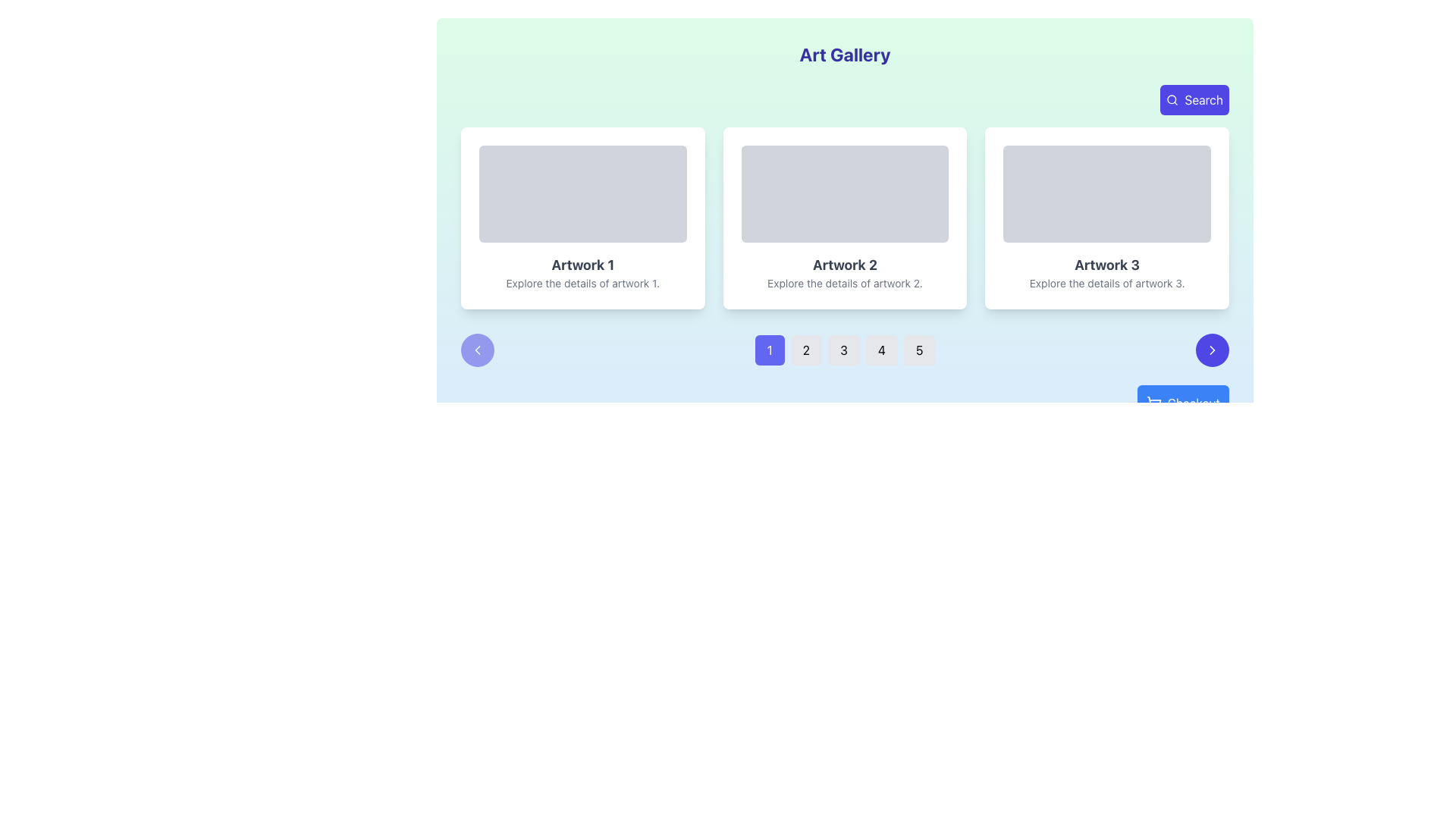 The height and width of the screenshot is (819, 1456). What do you see at coordinates (1106, 218) in the screenshot?
I see `the 'Artwork 3' card located at the top-right corner of the grouping` at bounding box center [1106, 218].